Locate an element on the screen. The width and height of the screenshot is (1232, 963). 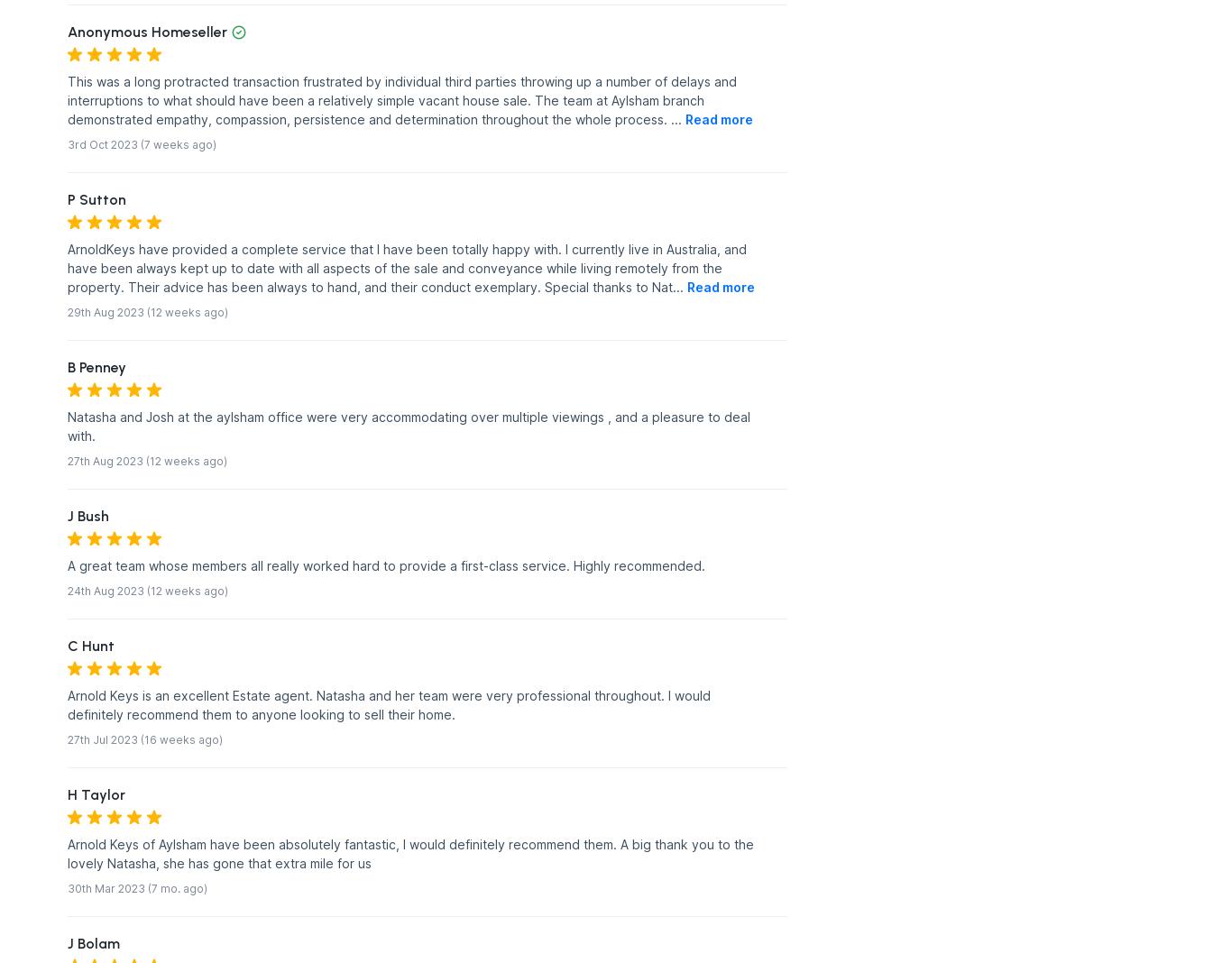
'A great team whose members all really worked hard to provide a first-class service. Highly recommended.' is located at coordinates (385, 564).